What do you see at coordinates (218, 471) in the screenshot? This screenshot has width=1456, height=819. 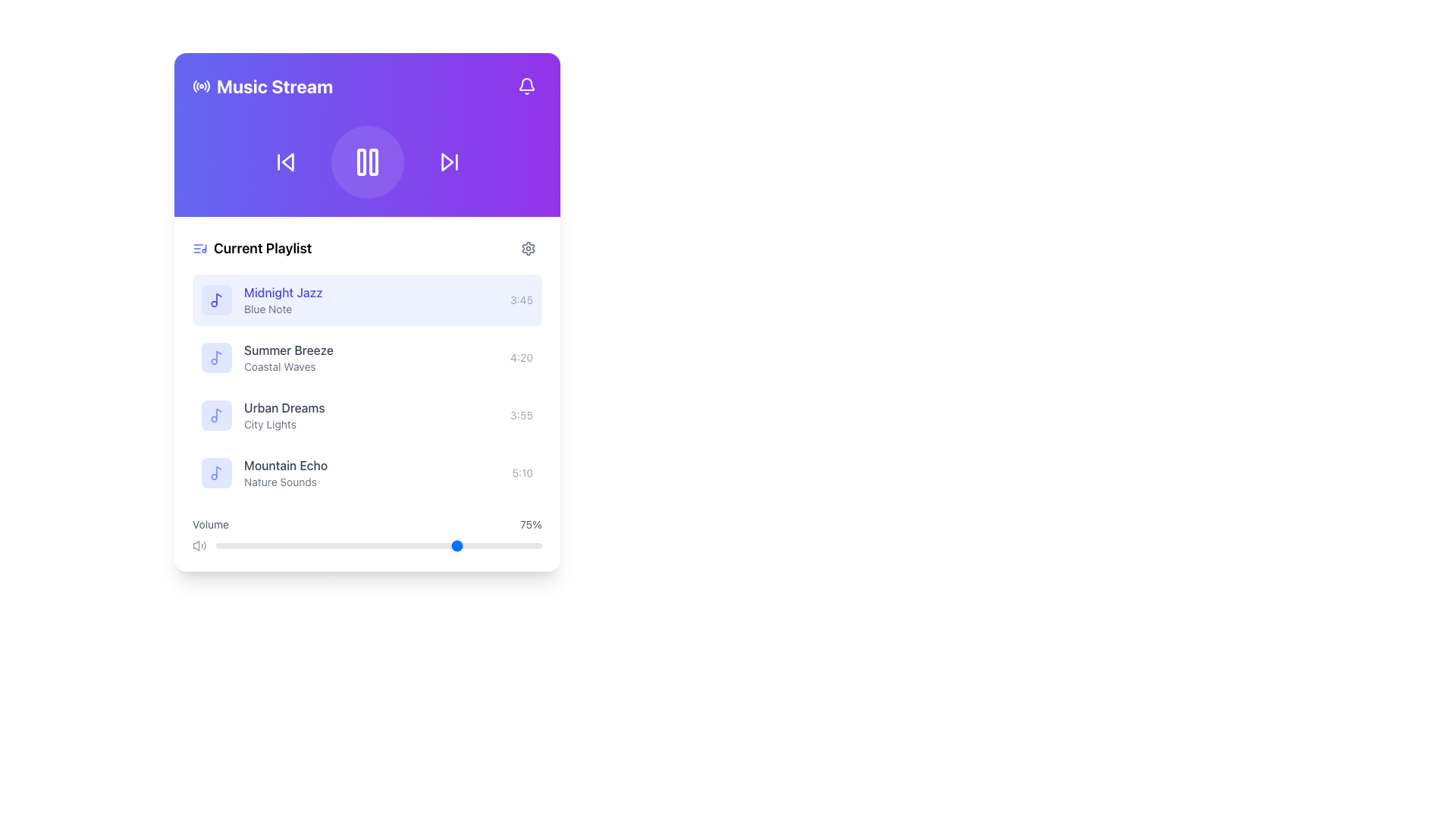 I see `attributes of the main body of the music note icon associated with the song title 'Mountain Echo' using developer tools` at bounding box center [218, 471].